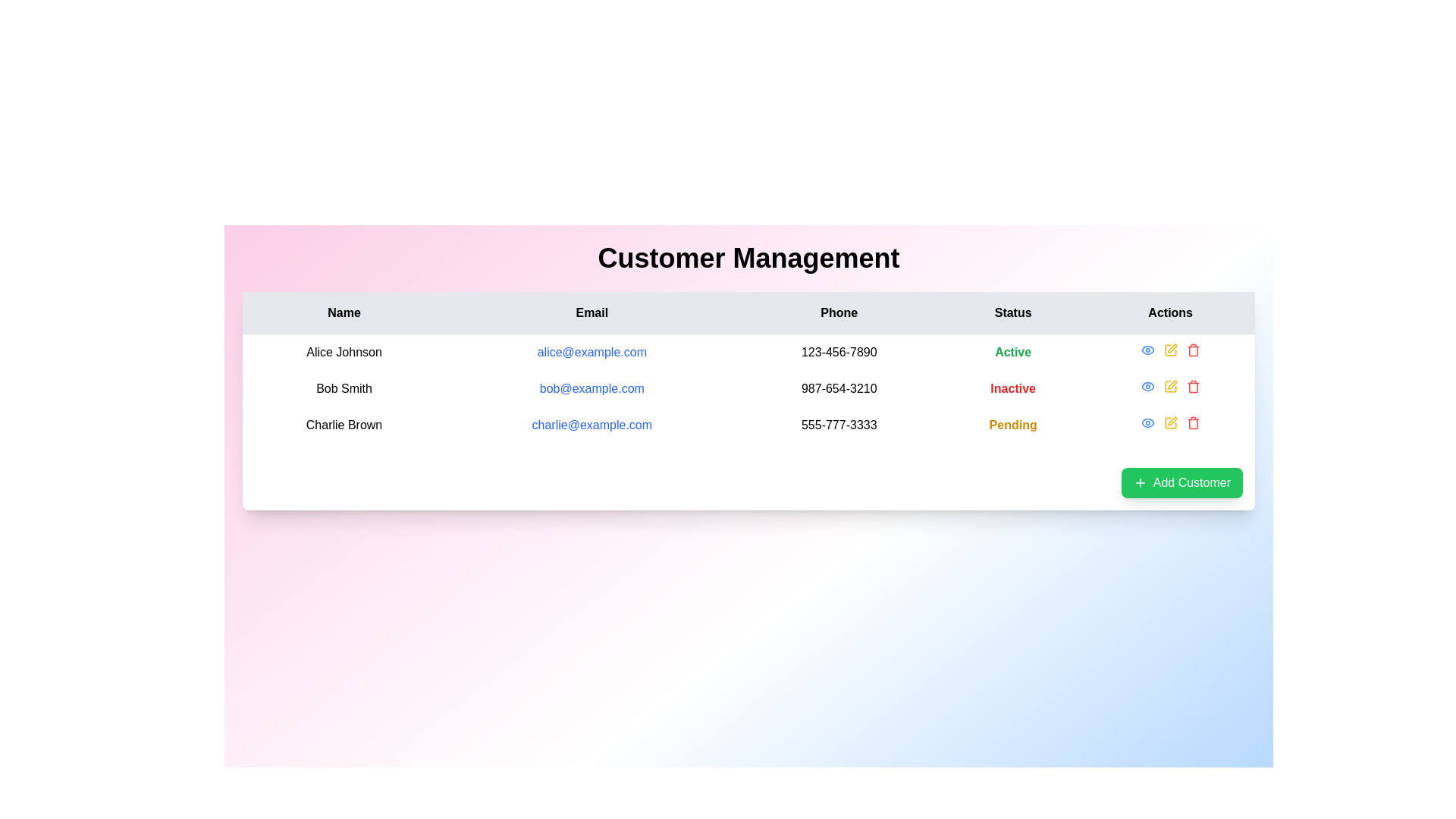 The width and height of the screenshot is (1456, 819). What do you see at coordinates (344, 425) in the screenshot?
I see `the text label that identifies the customer 'Charlie Brown' in the third row of the table under the 'Name' column` at bounding box center [344, 425].